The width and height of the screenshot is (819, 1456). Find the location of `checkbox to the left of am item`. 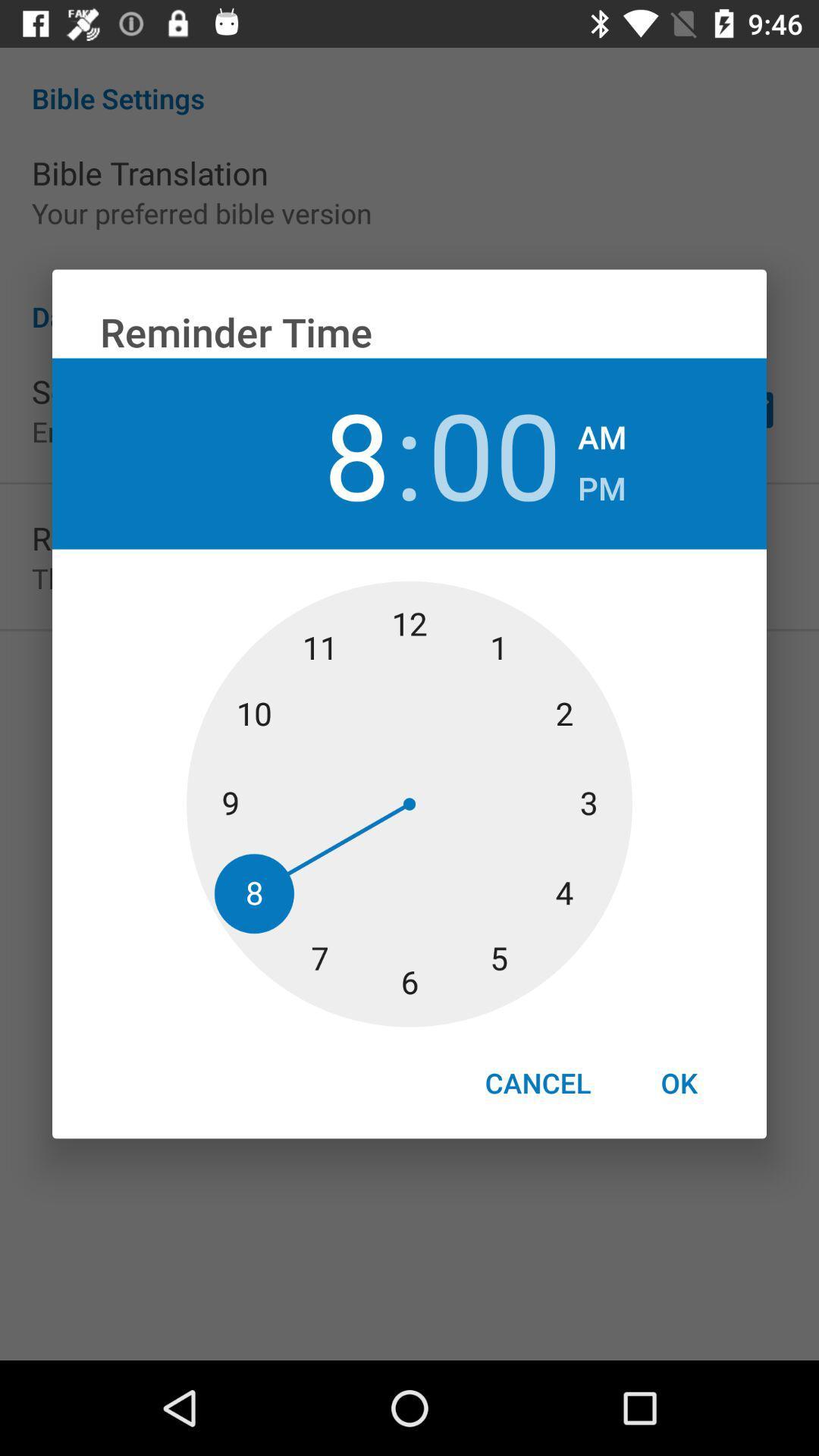

checkbox to the left of am item is located at coordinates (494, 453).